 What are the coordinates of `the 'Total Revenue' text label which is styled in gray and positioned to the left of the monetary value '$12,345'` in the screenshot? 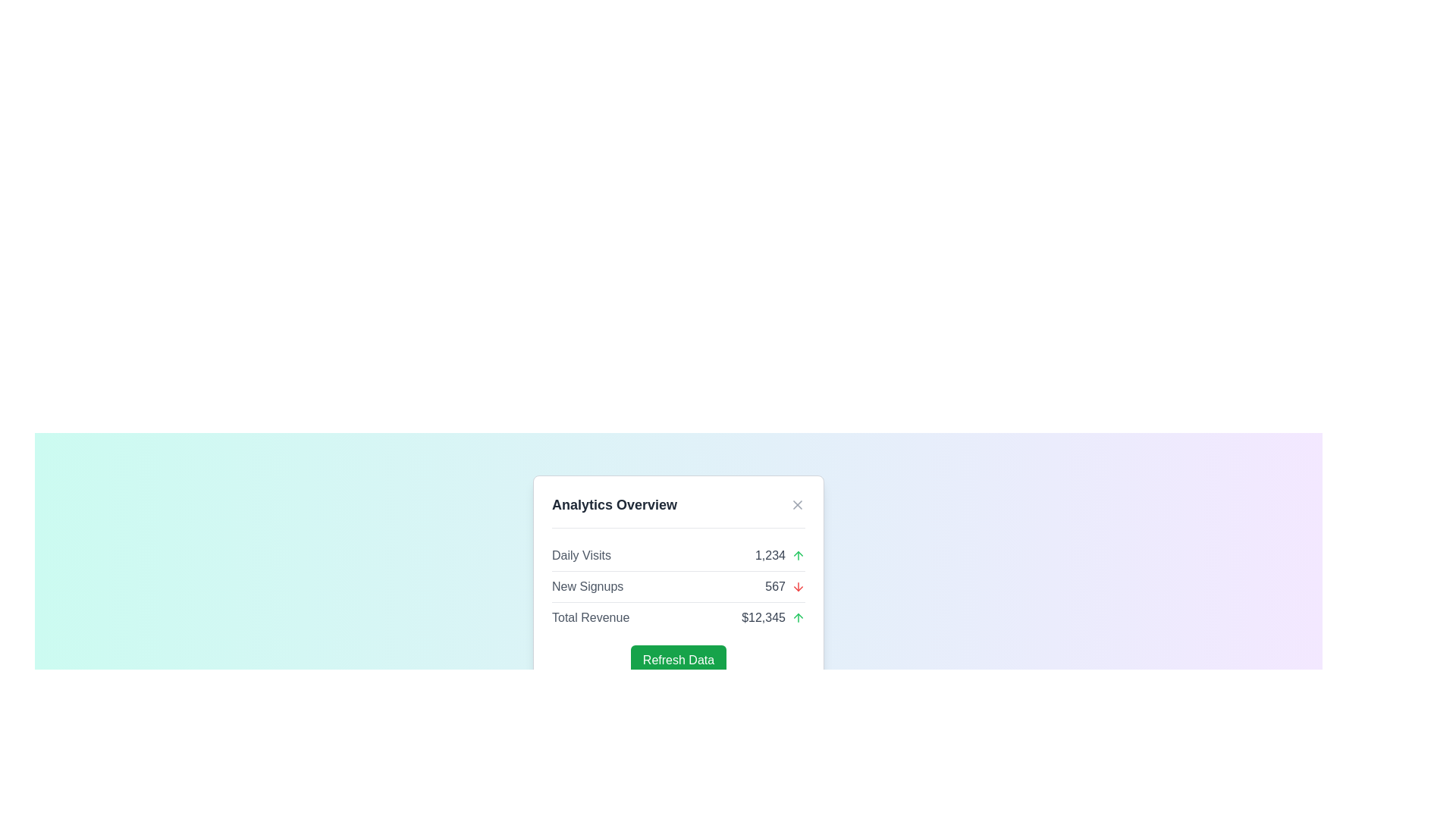 It's located at (590, 617).